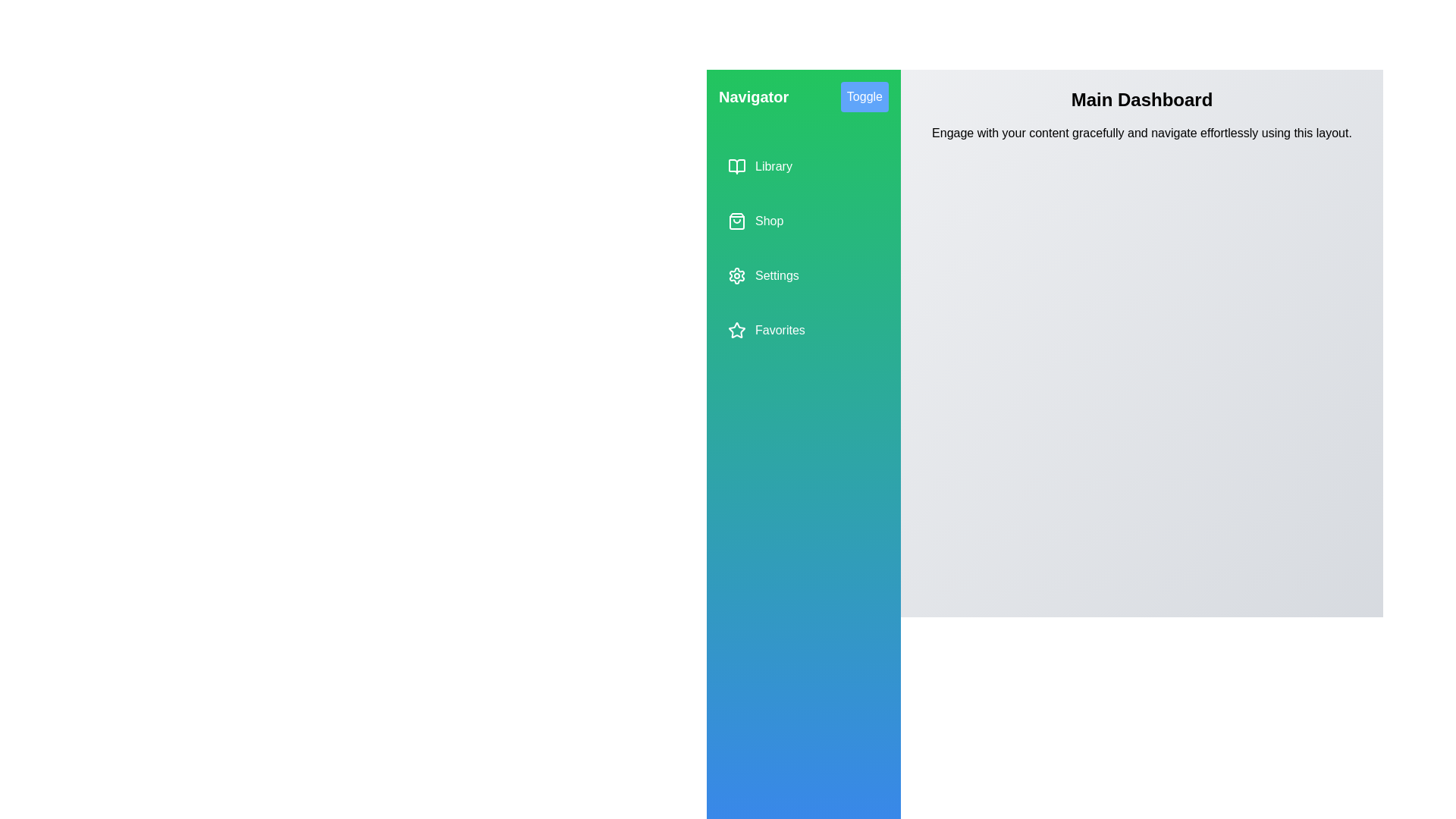  I want to click on the menu item Shop from the drawer, so click(803, 221).